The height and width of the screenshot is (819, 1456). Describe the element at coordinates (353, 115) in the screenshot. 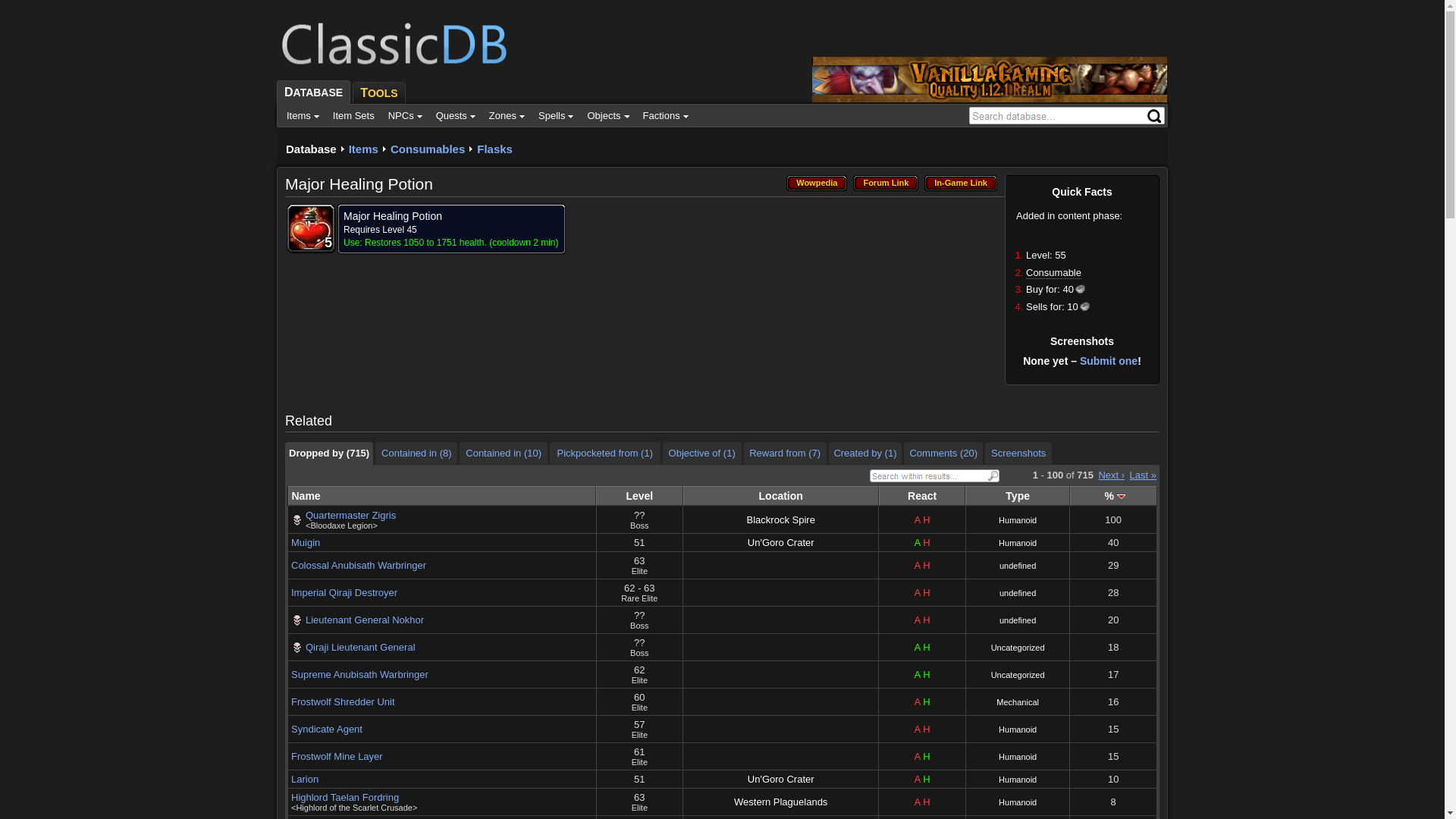

I see `'Item Sets'` at that location.